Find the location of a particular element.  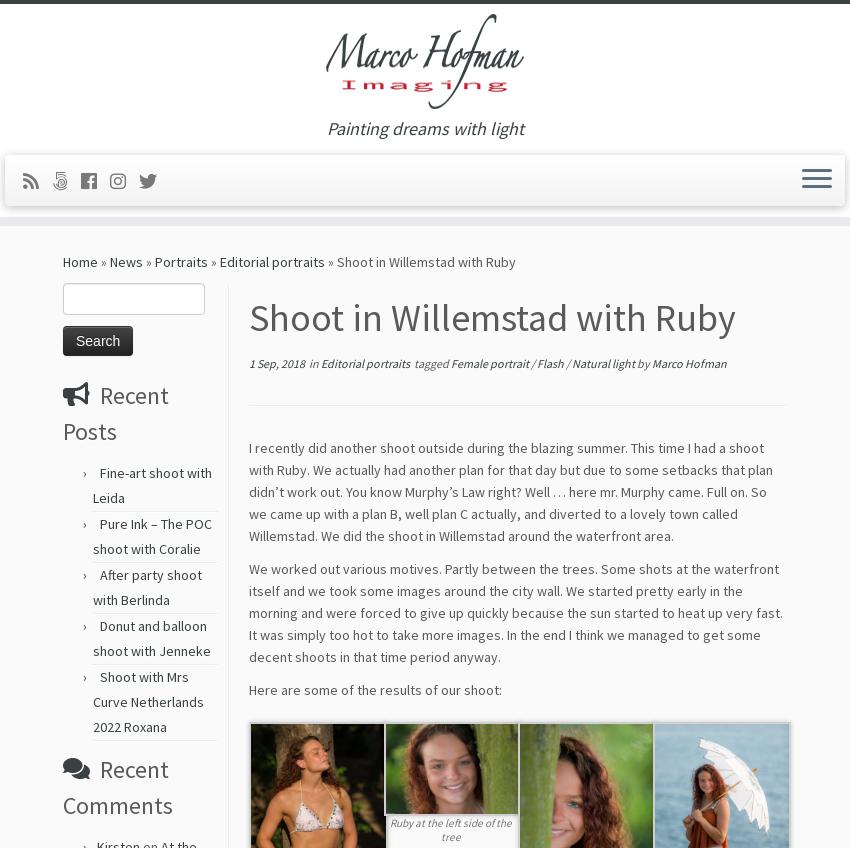

'After party shoot with Berlinda' is located at coordinates (147, 594).